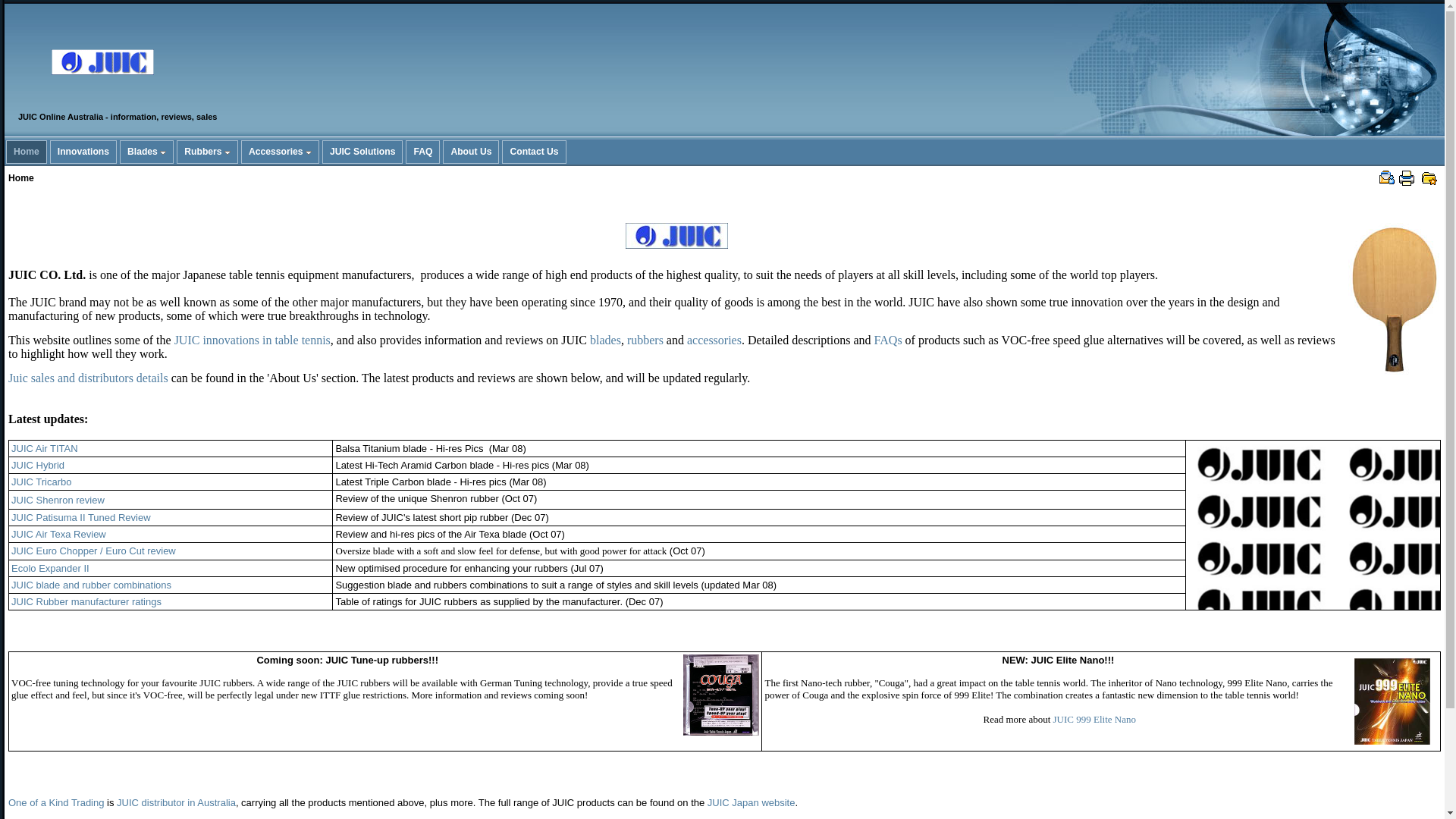  Describe the element at coordinates (37, 464) in the screenshot. I see `'JUIC Hybrid'` at that location.